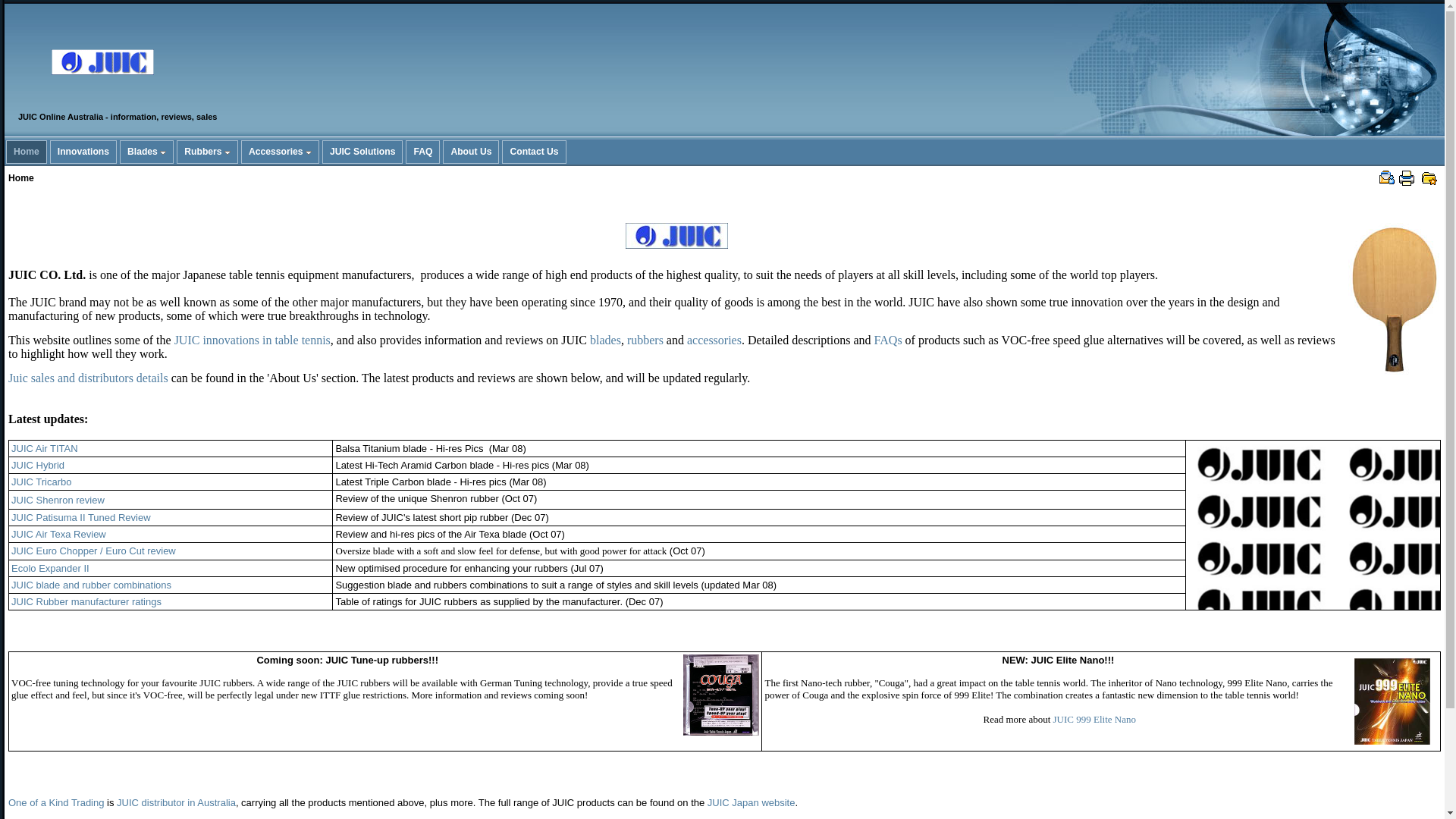  Describe the element at coordinates (37, 464) in the screenshot. I see `'JUIC Hybrid'` at that location.